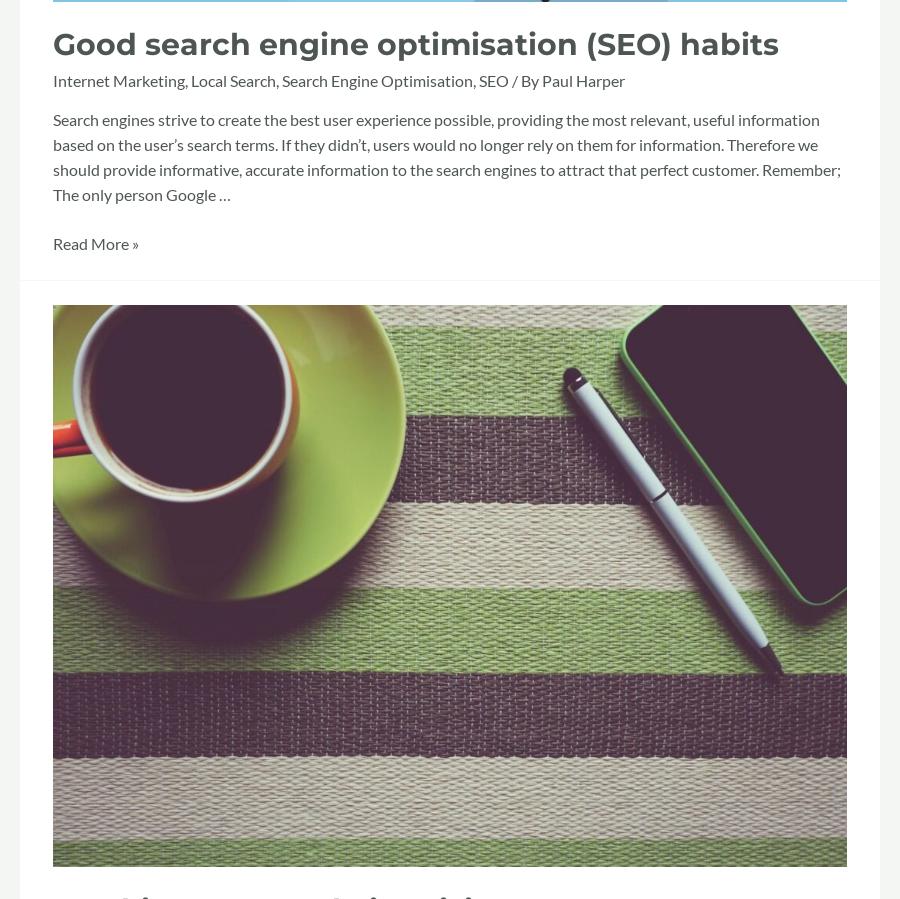  What do you see at coordinates (377, 79) in the screenshot?
I see `'Search Engine Optimisation'` at bounding box center [377, 79].